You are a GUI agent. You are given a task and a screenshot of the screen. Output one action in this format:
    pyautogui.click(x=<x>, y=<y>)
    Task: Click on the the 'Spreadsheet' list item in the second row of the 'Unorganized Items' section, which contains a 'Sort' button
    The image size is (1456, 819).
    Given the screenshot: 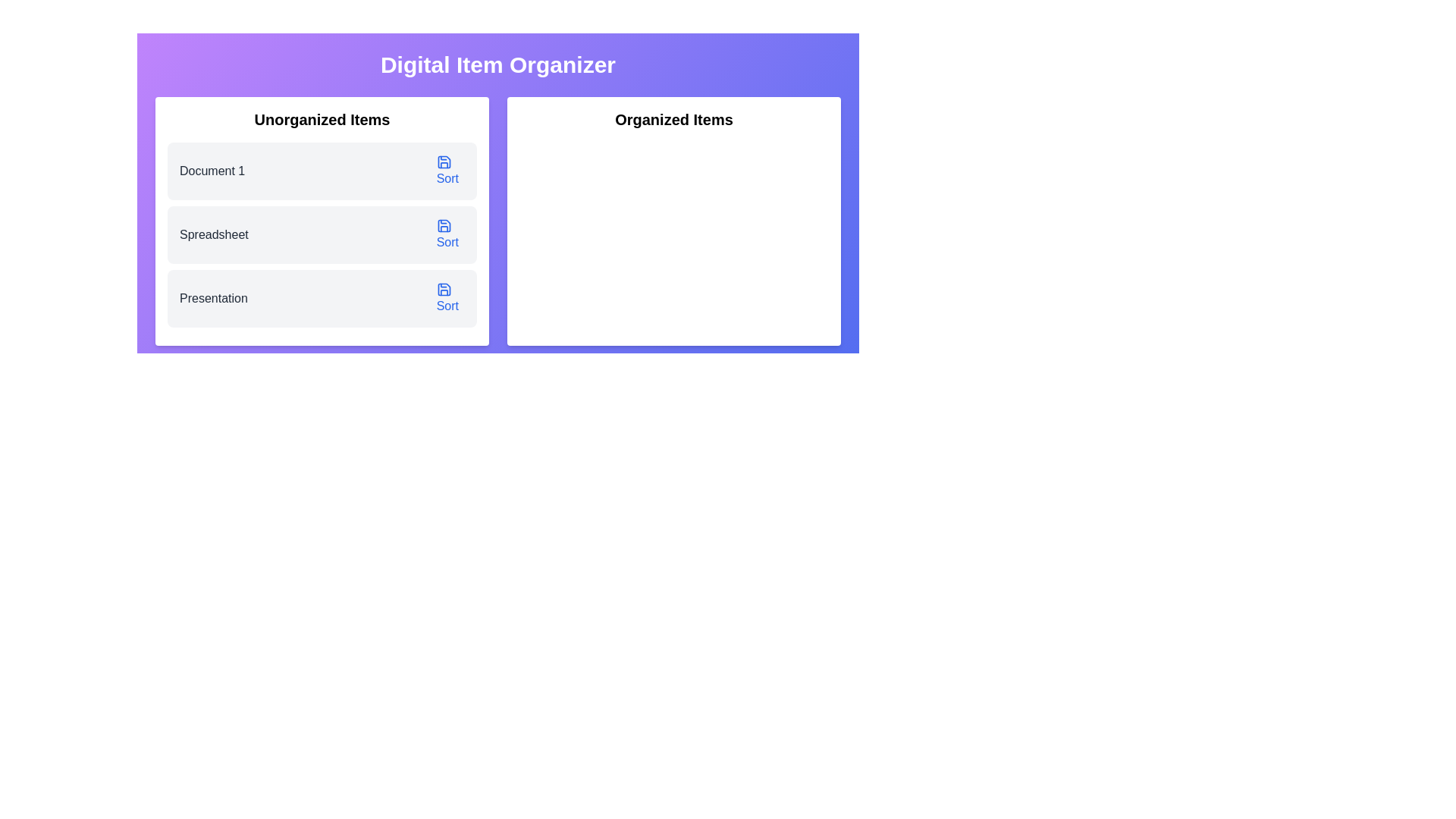 What is the action you would take?
    pyautogui.click(x=322, y=234)
    